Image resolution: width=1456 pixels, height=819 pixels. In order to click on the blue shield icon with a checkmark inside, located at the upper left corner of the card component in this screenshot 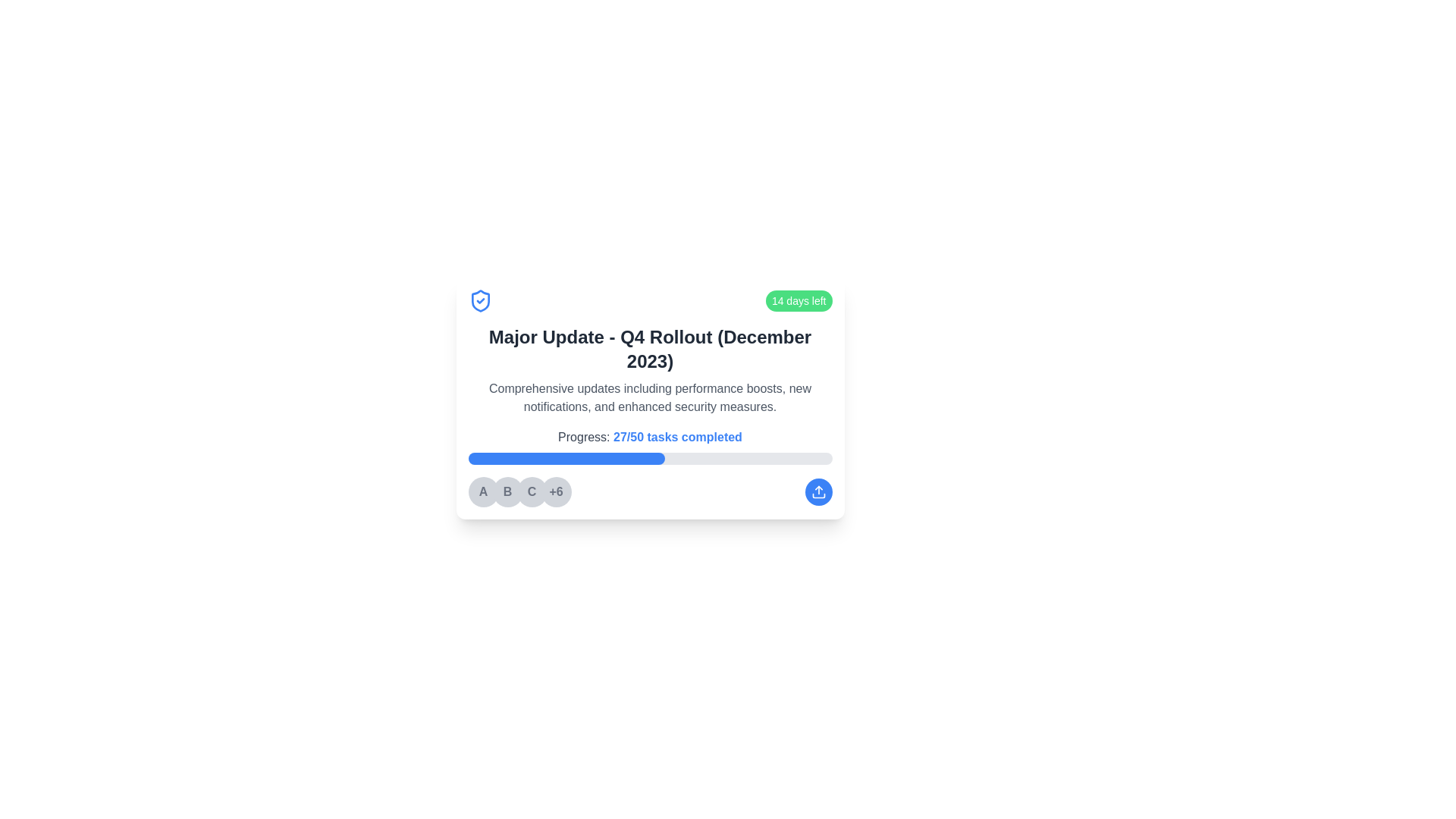, I will do `click(479, 301)`.